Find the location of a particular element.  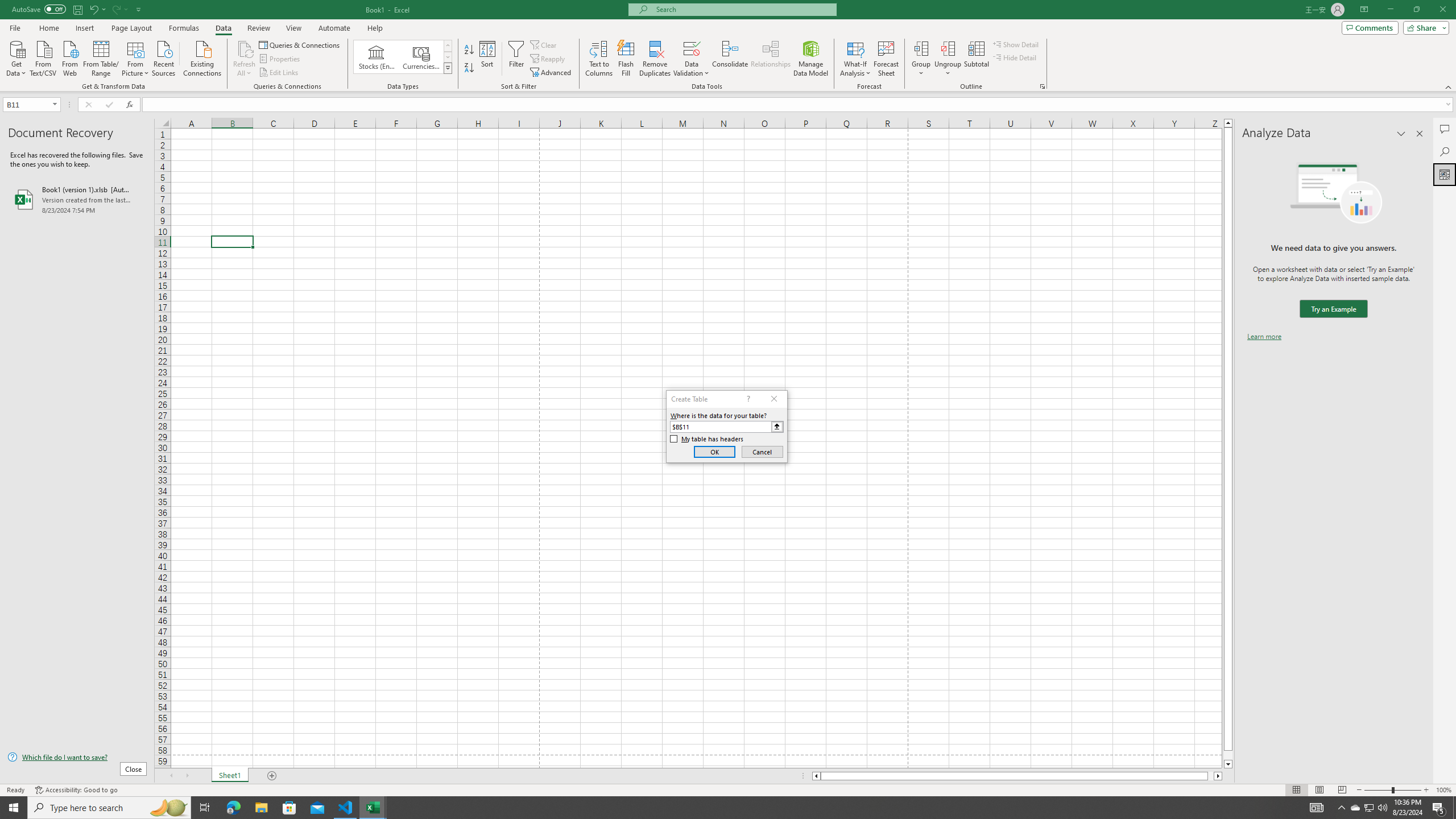

'AutoSave' is located at coordinates (39, 9).